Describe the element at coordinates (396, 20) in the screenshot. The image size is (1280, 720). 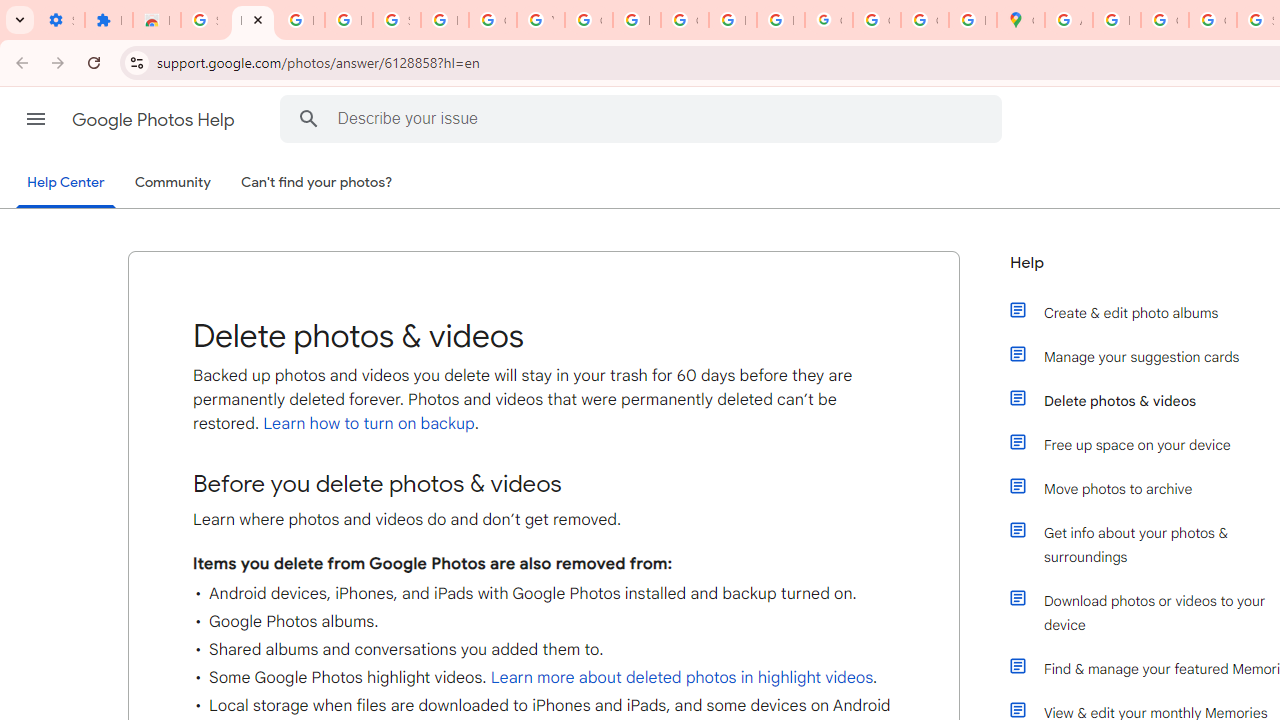
I see `'Sign in - Google Accounts'` at that location.